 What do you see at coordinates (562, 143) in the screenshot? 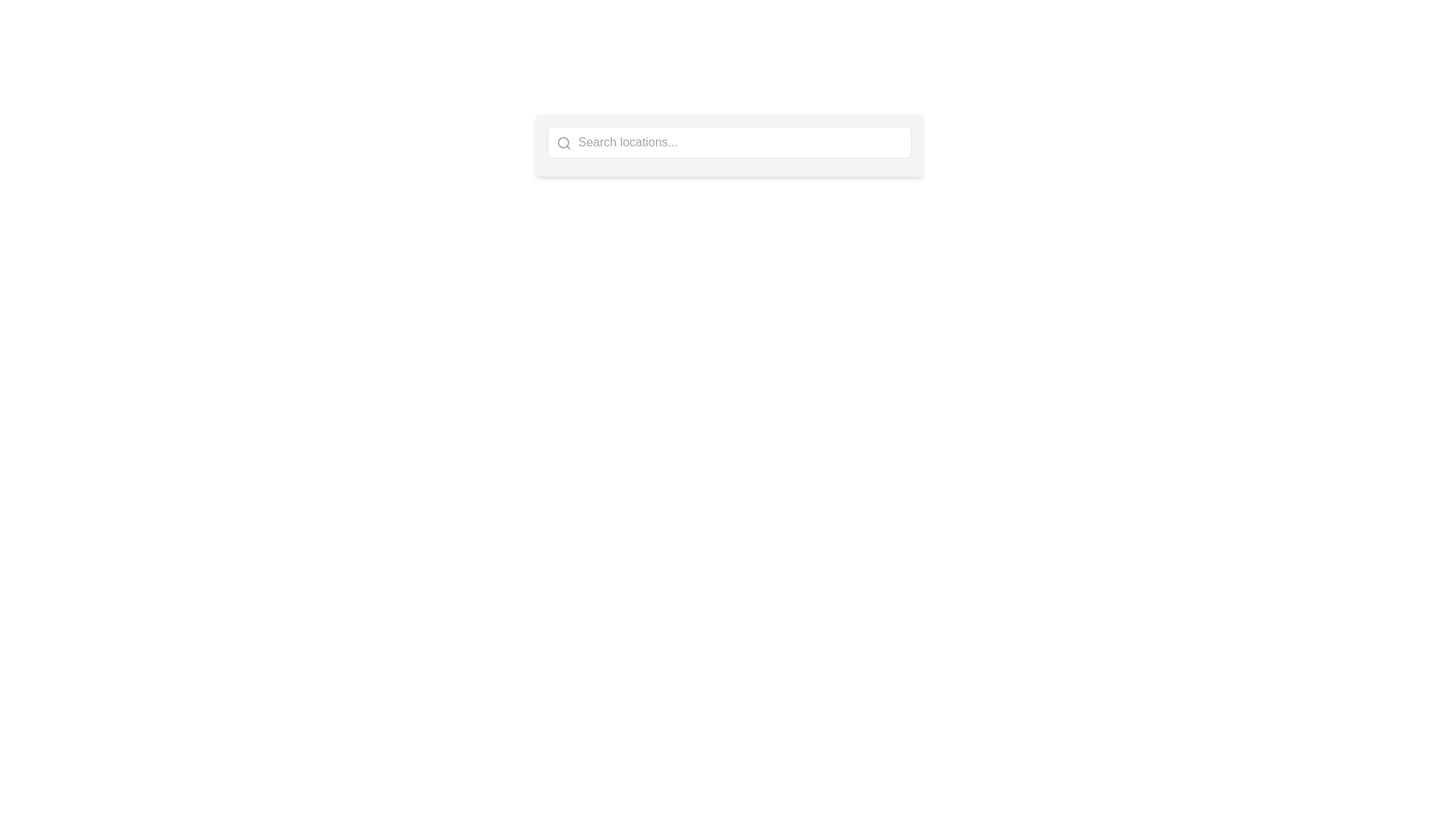
I see `the magnifying glass element of the search icon, which is located in the left margin area of the search input field` at bounding box center [562, 143].